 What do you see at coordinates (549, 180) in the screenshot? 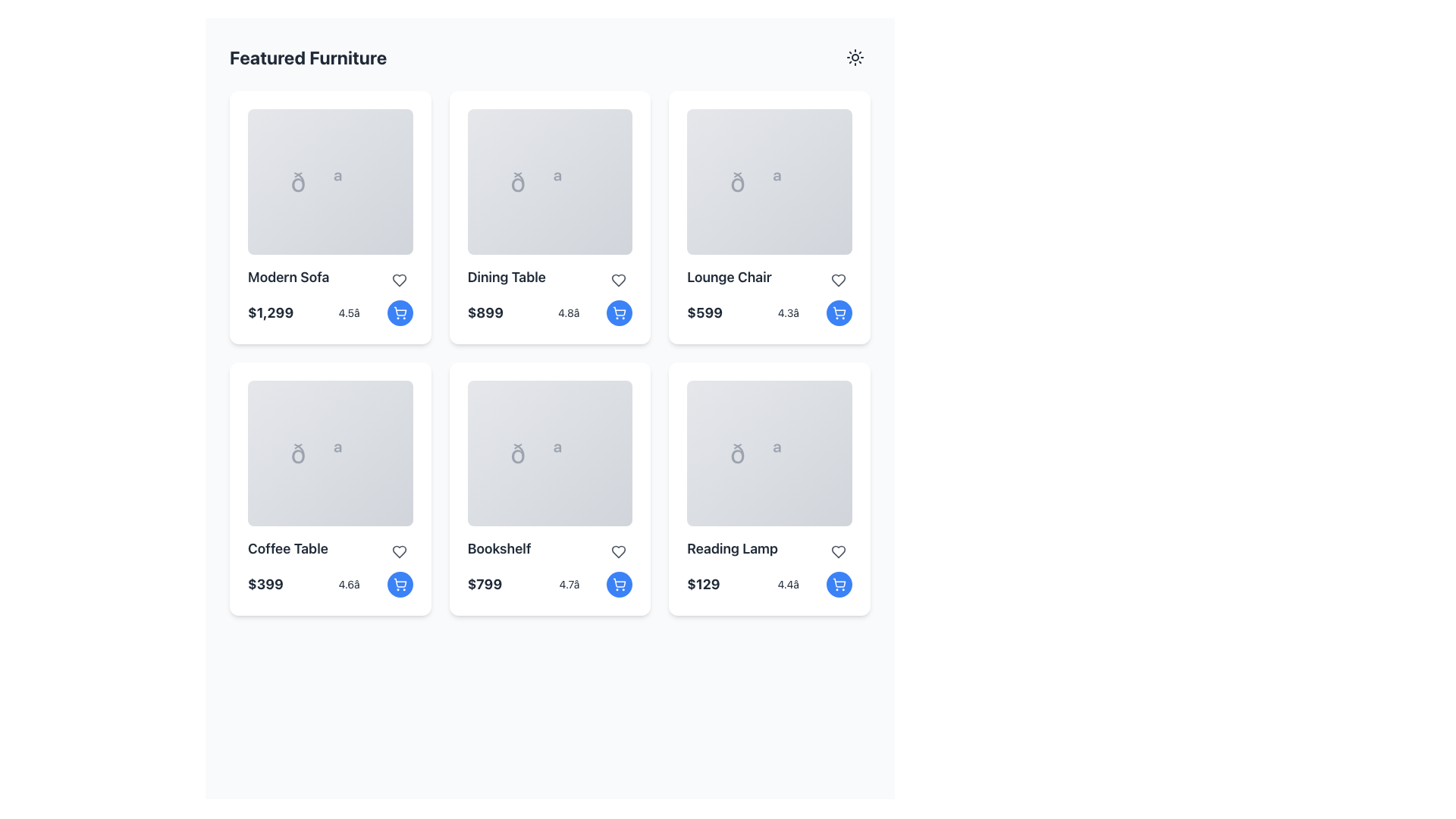
I see `the graphical representation of the item 'Dining Table' within its card labeled 'Dining Table $899 4.8★' located in the second column of the first row in the grid layout` at bounding box center [549, 180].